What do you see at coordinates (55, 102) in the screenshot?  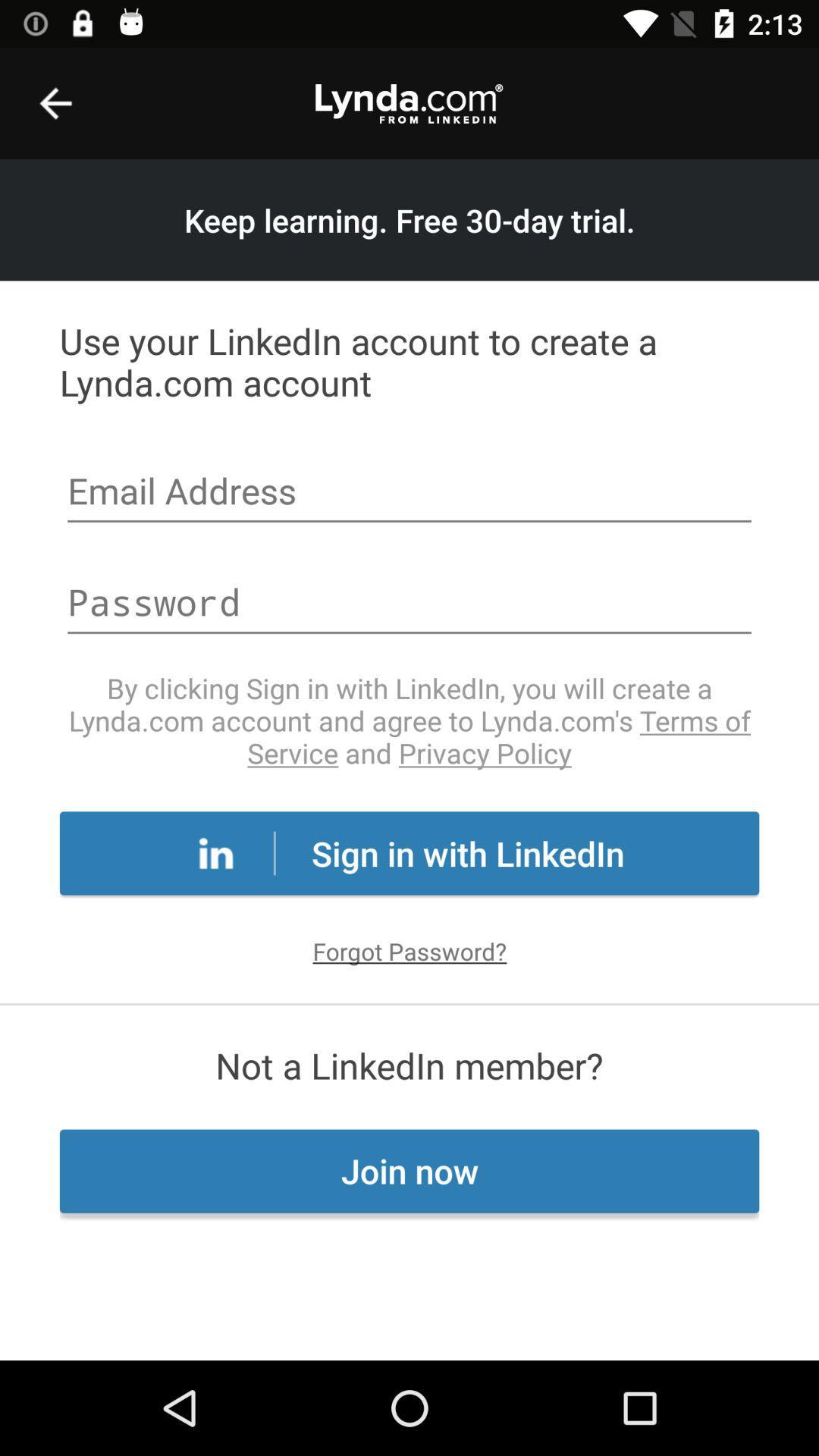 I see `icon above the keep learning free icon` at bounding box center [55, 102].